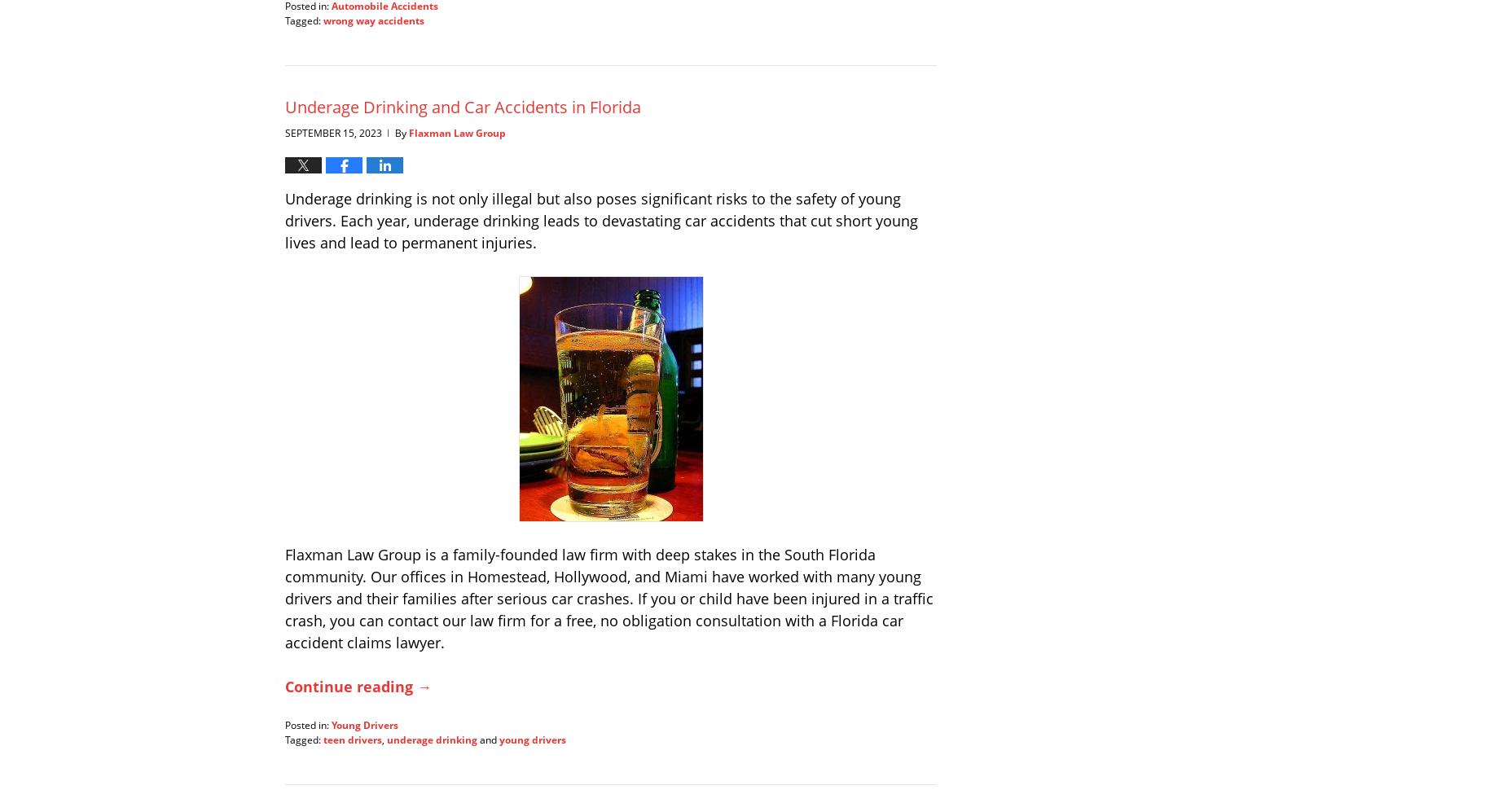 The image size is (1507, 812). Describe the element at coordinates (364, 723) in the screenshot. I see `'Young Drivers'` at that location.